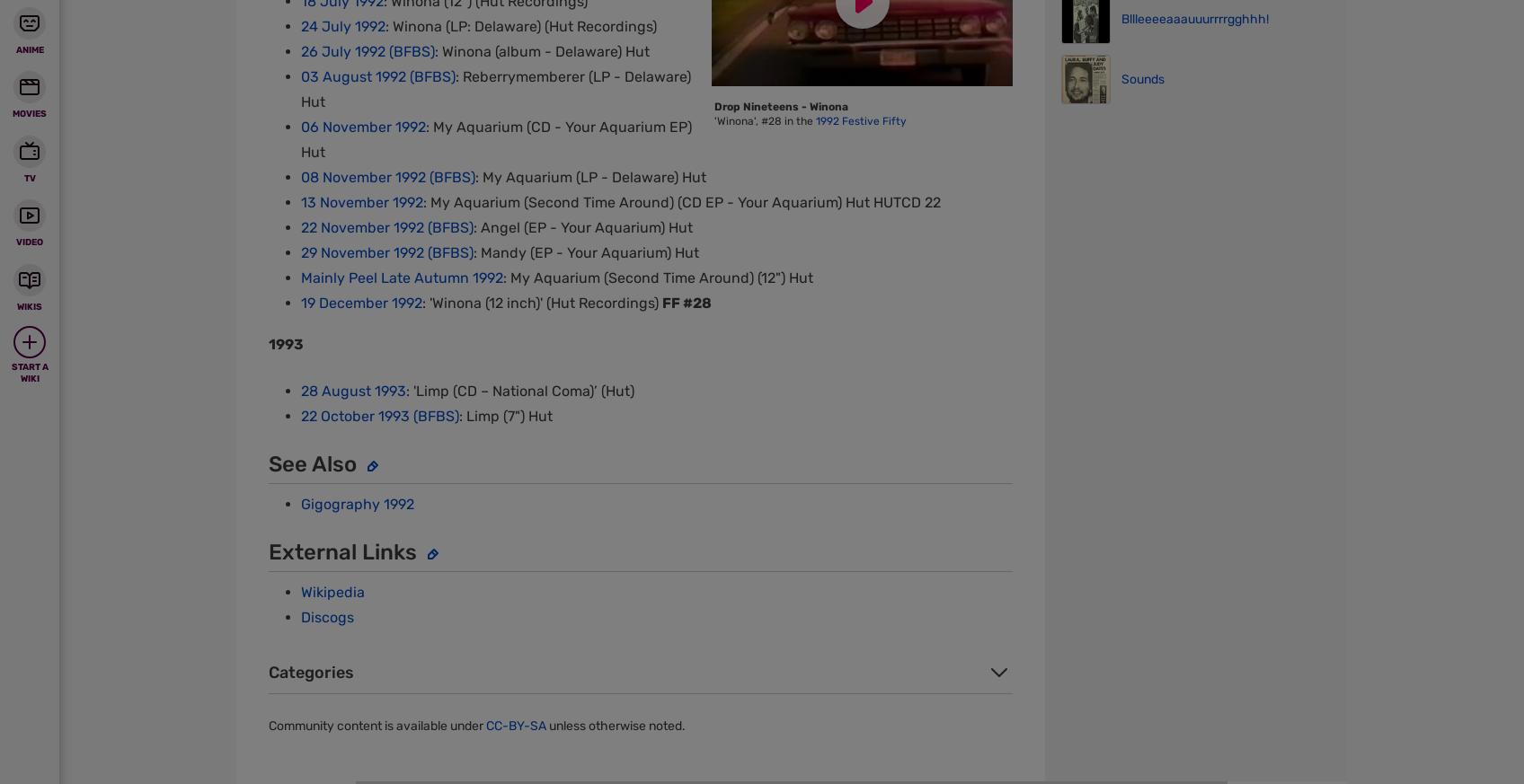 Image resolution: width=1524 pixels, height=784 pixels. I want to click on 'View Mobile Site', so click(740, 248).